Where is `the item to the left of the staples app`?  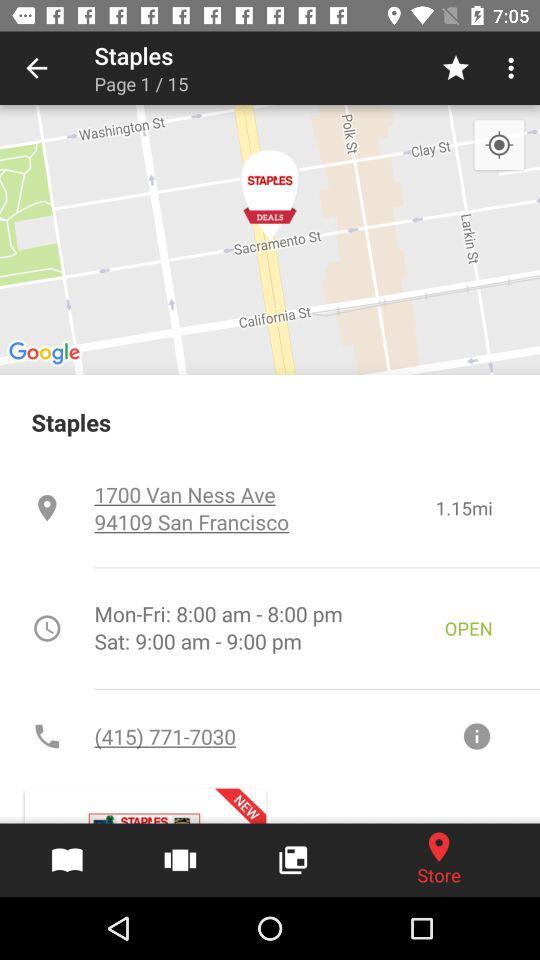
the item to the left of the staples app is located at coordinates (36, 68).